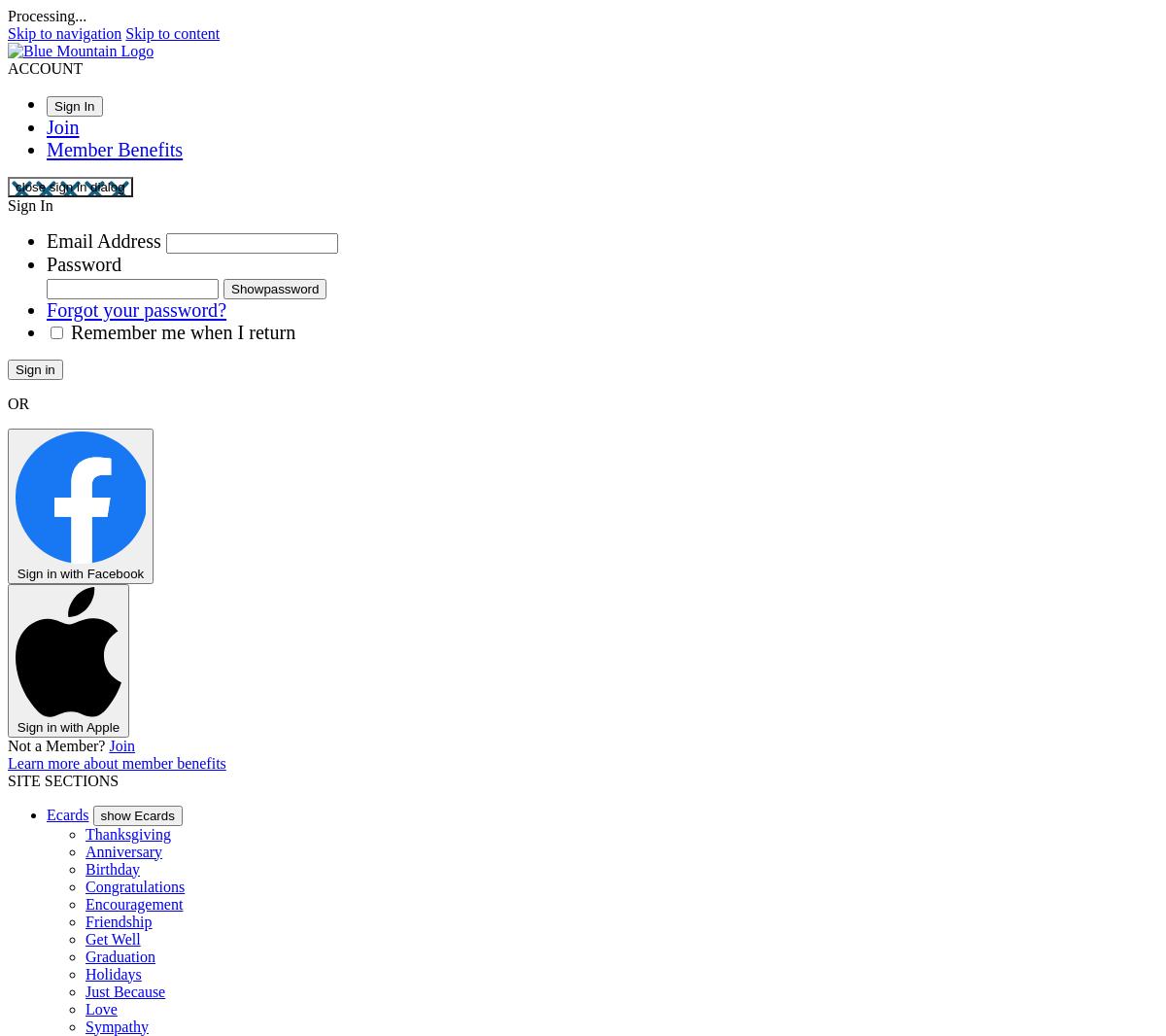 The image size is (1166, 1036). What do you see at coordinates (8, 67) in the screenshot?
I see `'ACCOUNT'` at bounding box center [8, 67].